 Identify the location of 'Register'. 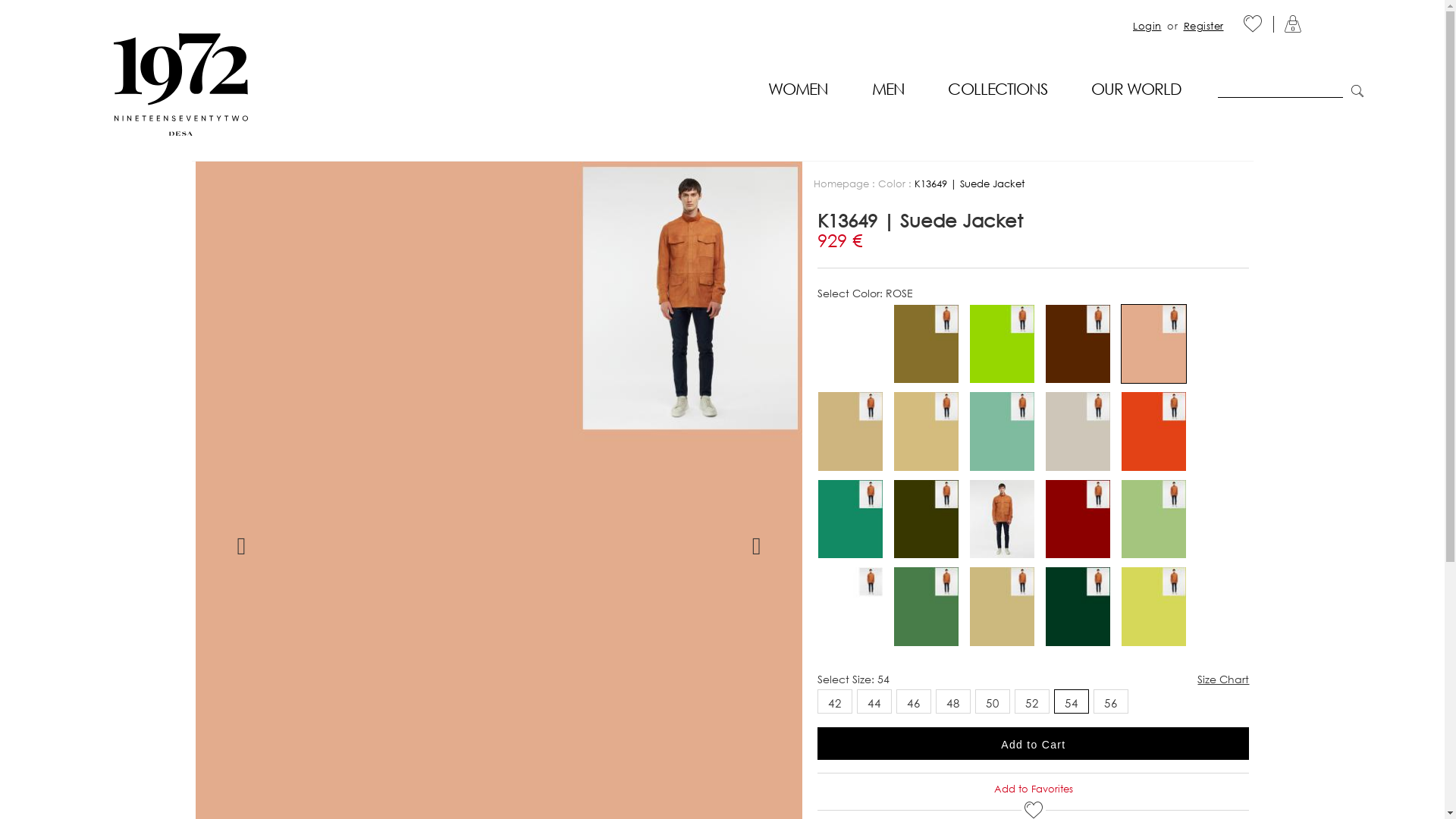
(1182, 26).